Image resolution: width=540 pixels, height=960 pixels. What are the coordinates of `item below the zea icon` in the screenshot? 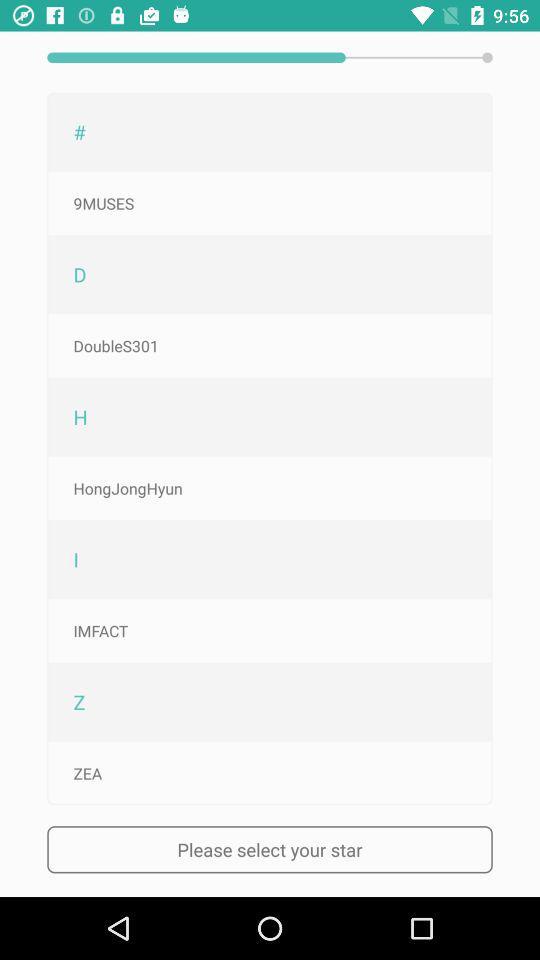 It's located at (270, 848).